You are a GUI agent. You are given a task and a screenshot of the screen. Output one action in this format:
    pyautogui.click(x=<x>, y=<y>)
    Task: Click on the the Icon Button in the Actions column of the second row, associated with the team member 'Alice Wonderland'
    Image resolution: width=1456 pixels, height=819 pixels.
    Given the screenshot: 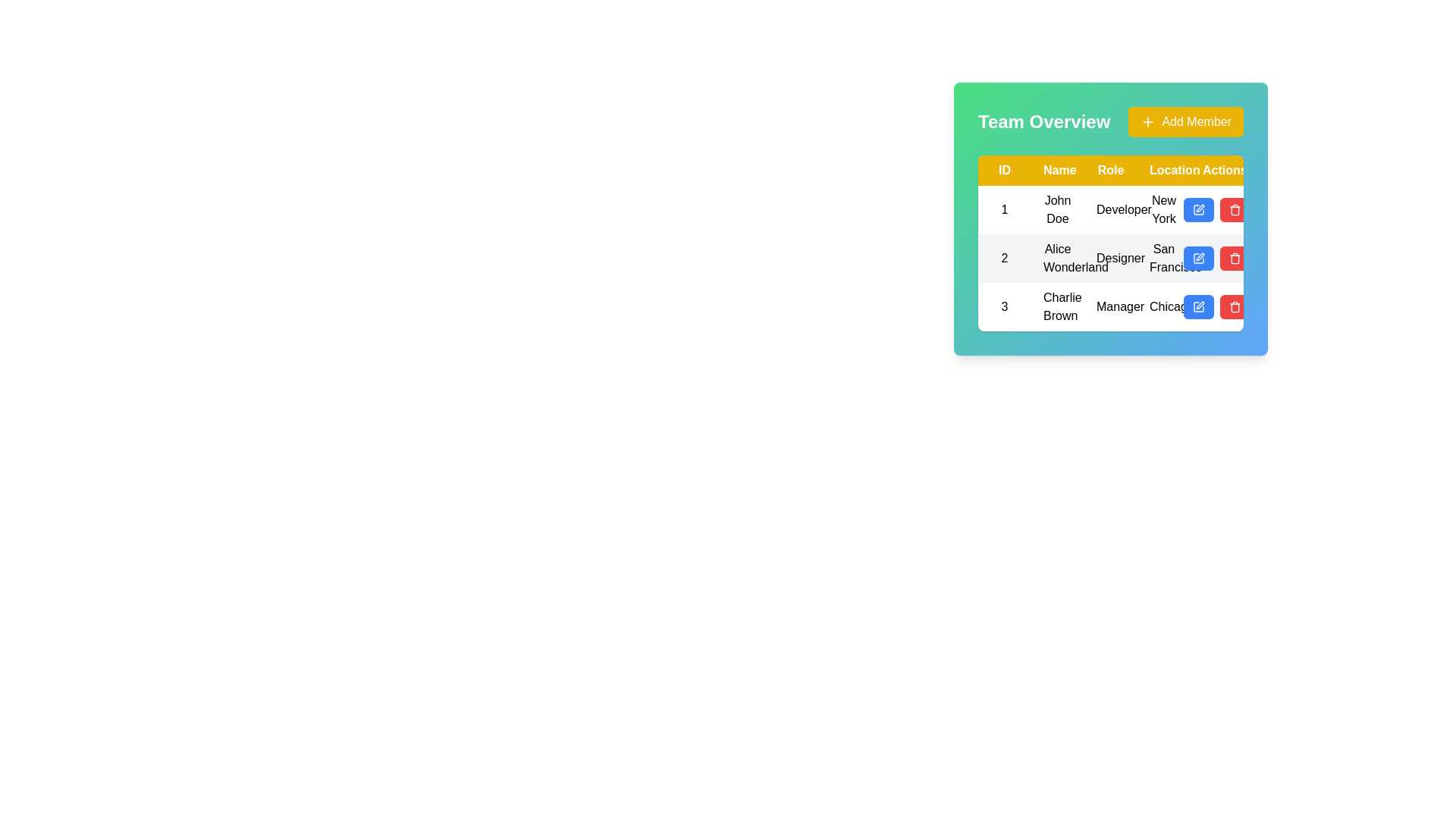 What is the action you would take?
    pyautogui.click(x=1200, y=208)
    